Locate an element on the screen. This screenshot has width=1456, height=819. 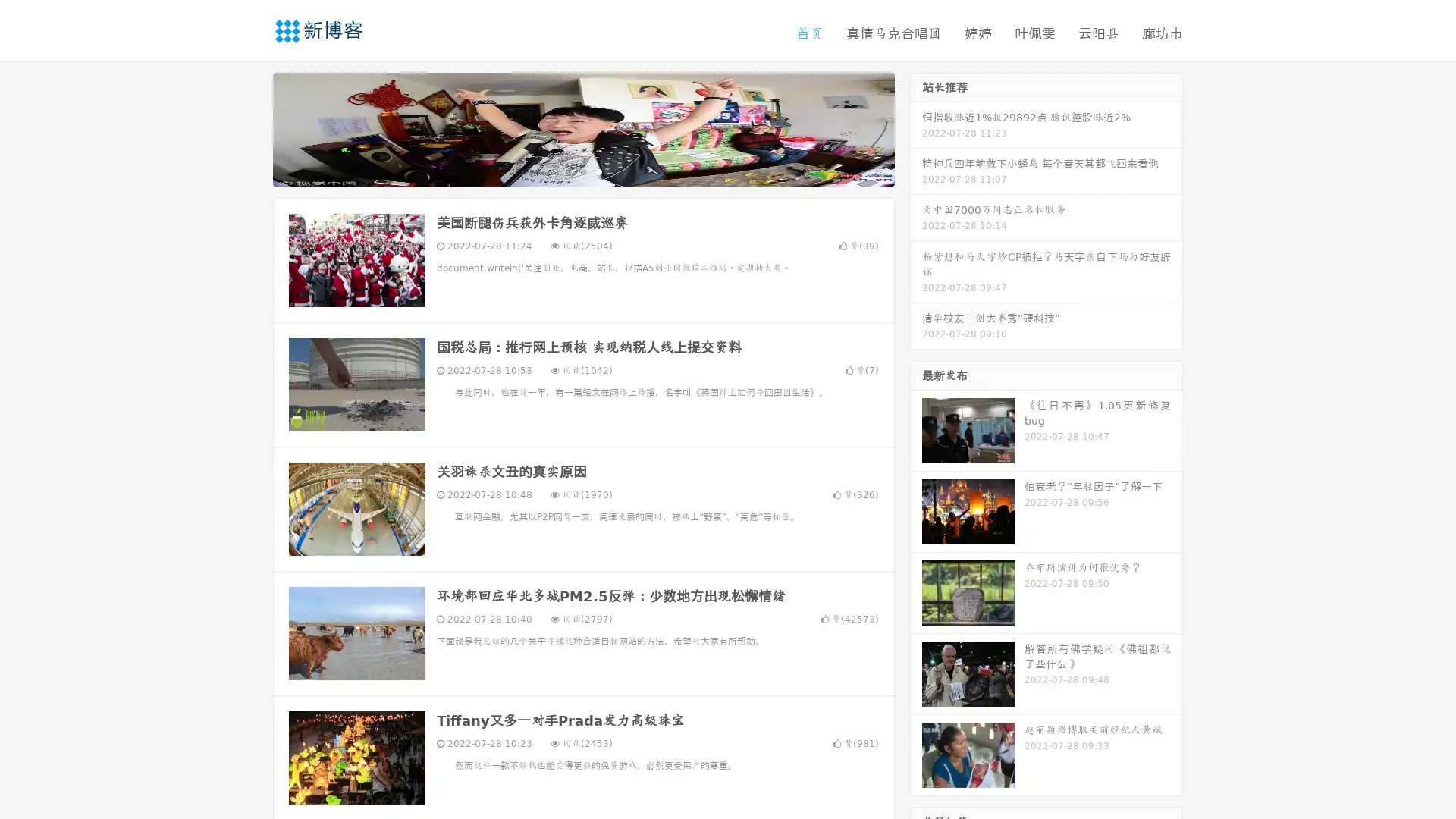
Previous slide is located at coordinates (250, 127).